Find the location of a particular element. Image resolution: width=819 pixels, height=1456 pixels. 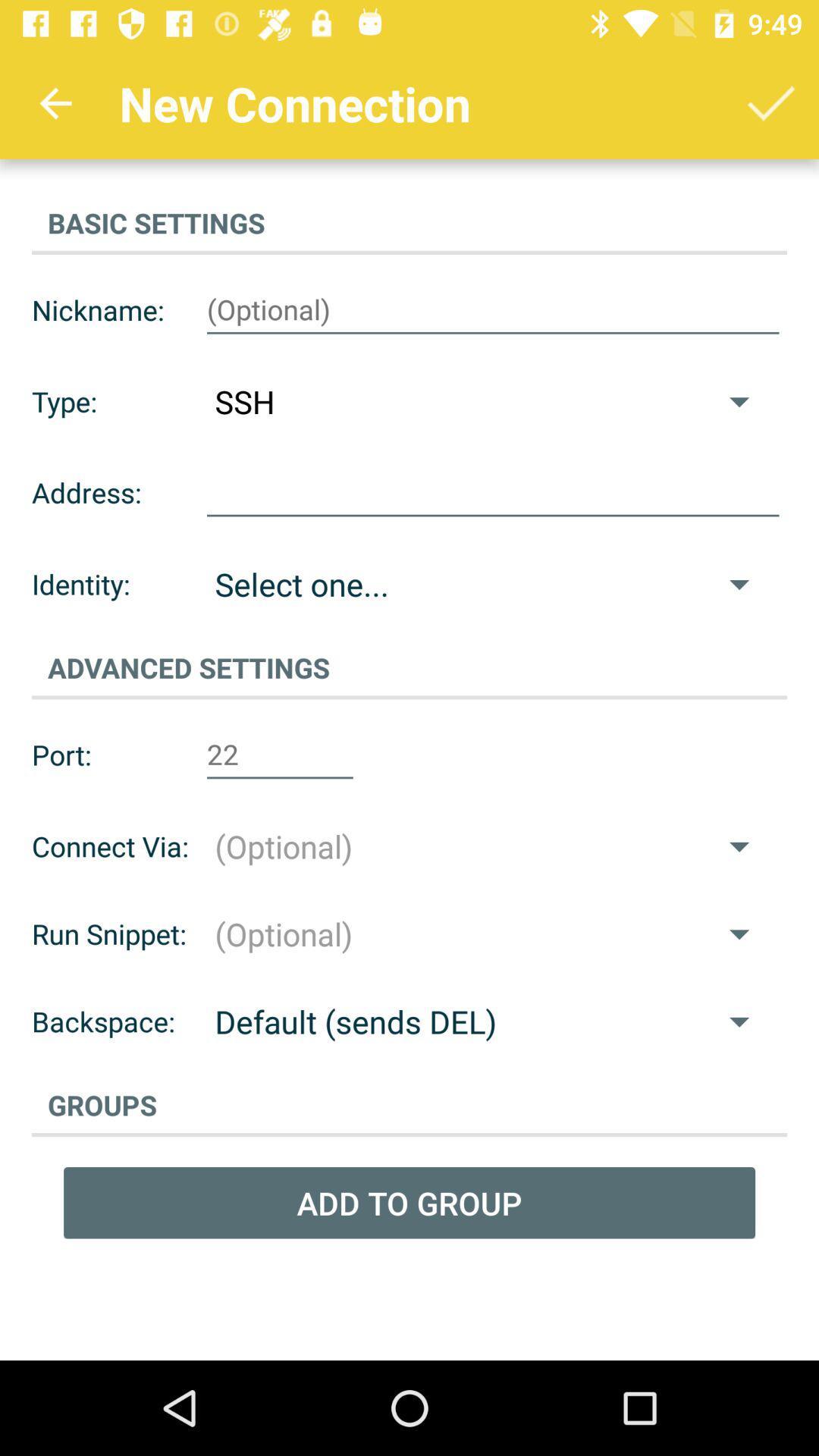

address entry field is located at coordinates (493, 492).